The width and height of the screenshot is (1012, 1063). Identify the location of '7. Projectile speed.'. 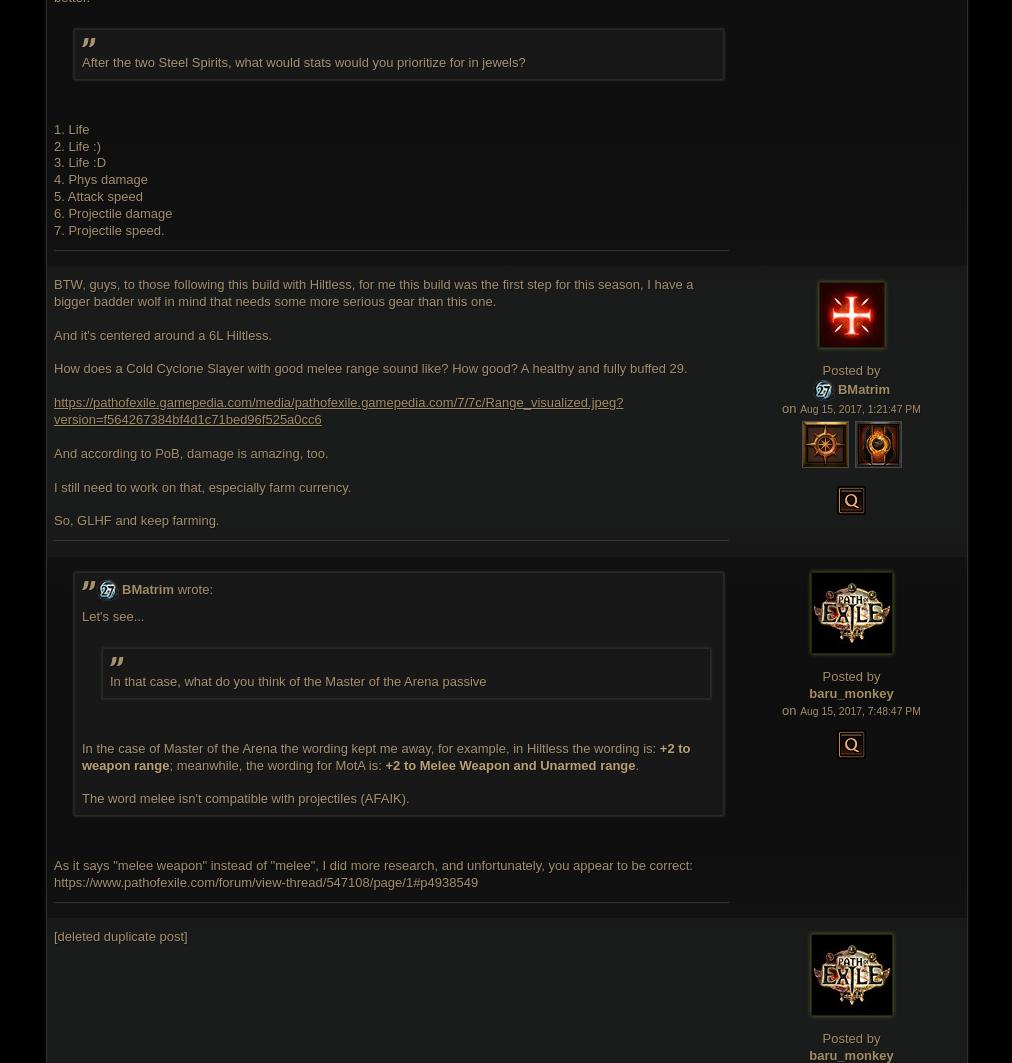
(107, 230).